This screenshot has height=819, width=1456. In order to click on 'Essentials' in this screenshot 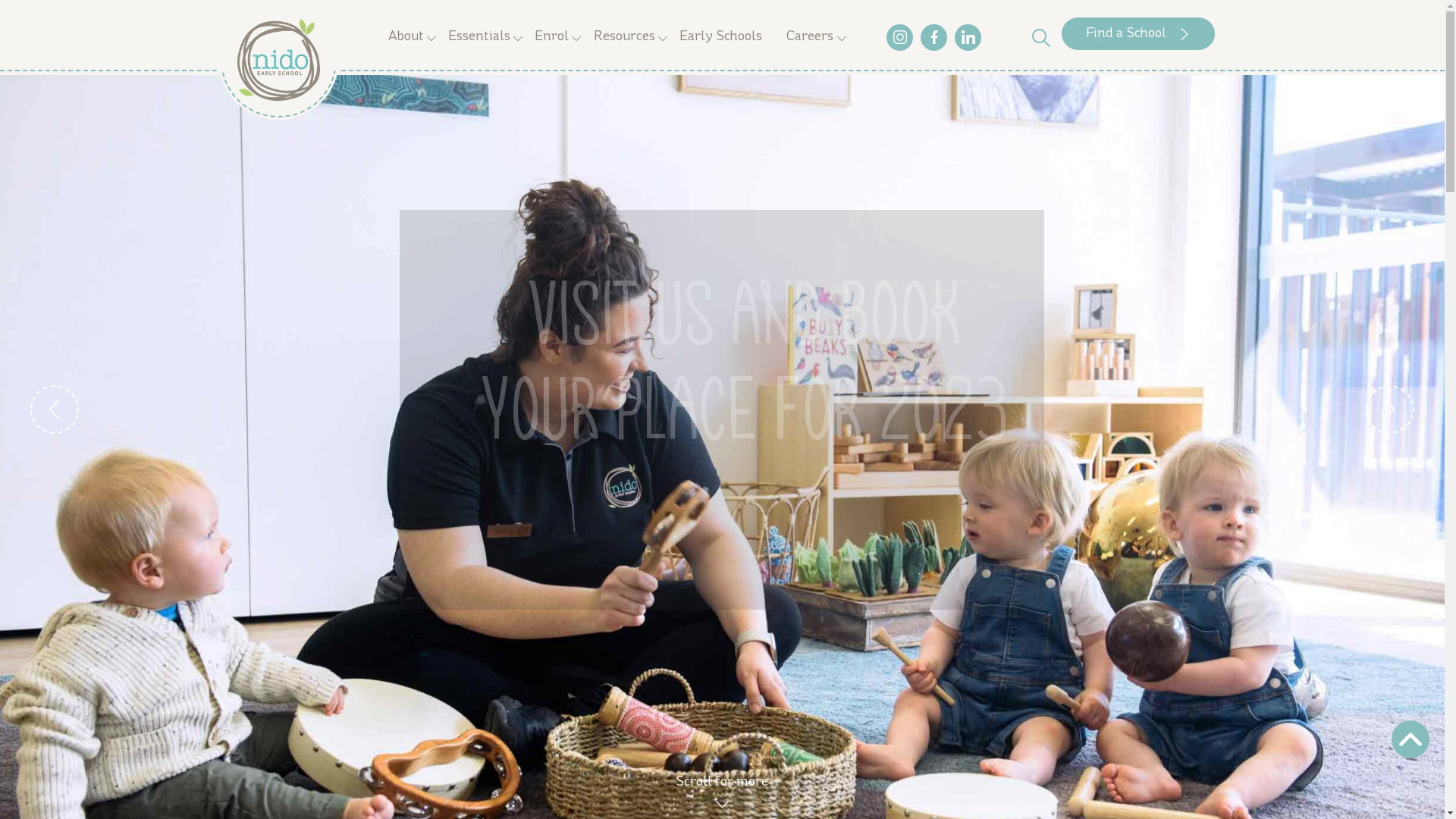, I will do `click(479, 36)`.